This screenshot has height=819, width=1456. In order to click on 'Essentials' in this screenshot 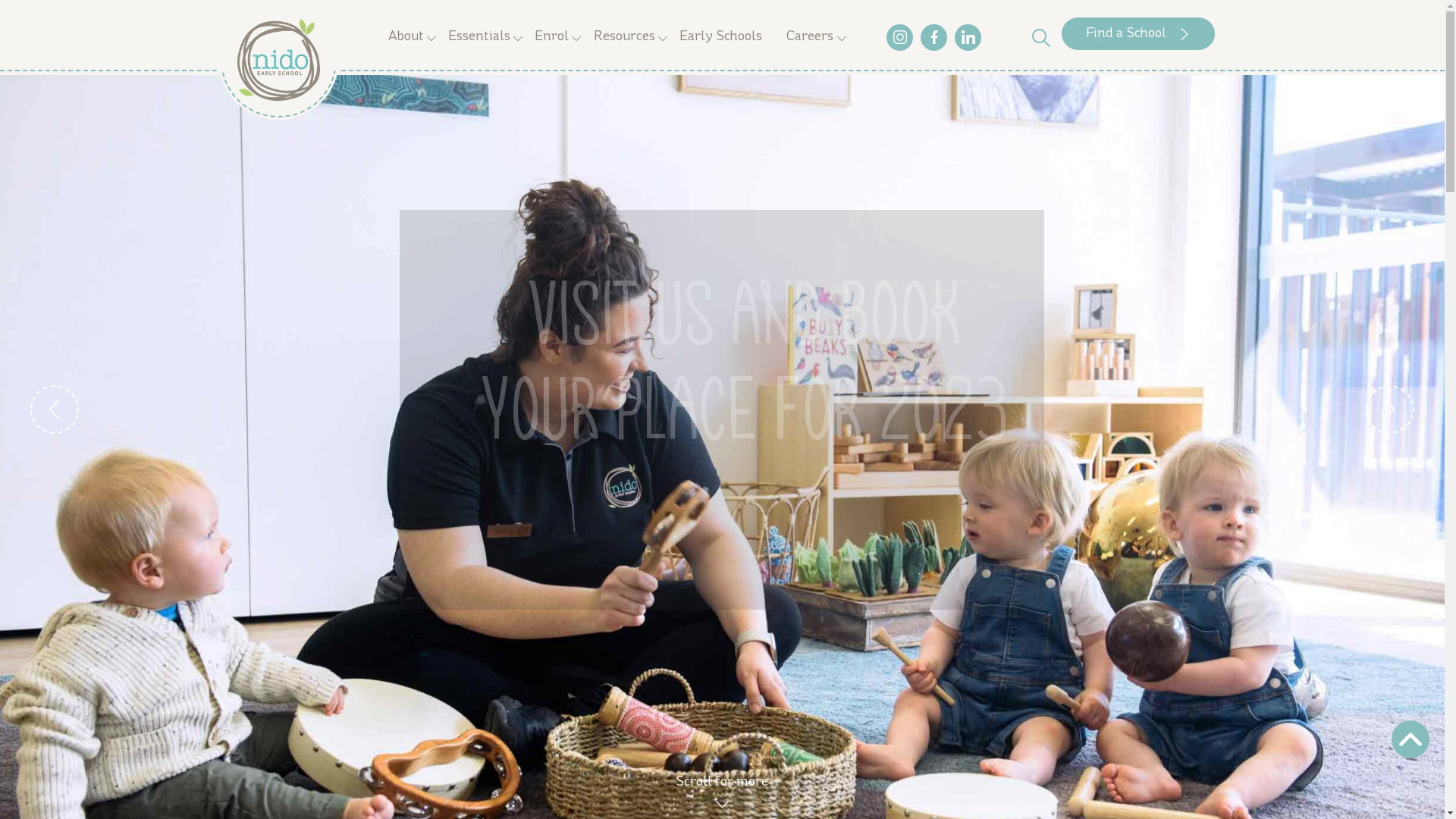, I will do `click(479, 36)`.